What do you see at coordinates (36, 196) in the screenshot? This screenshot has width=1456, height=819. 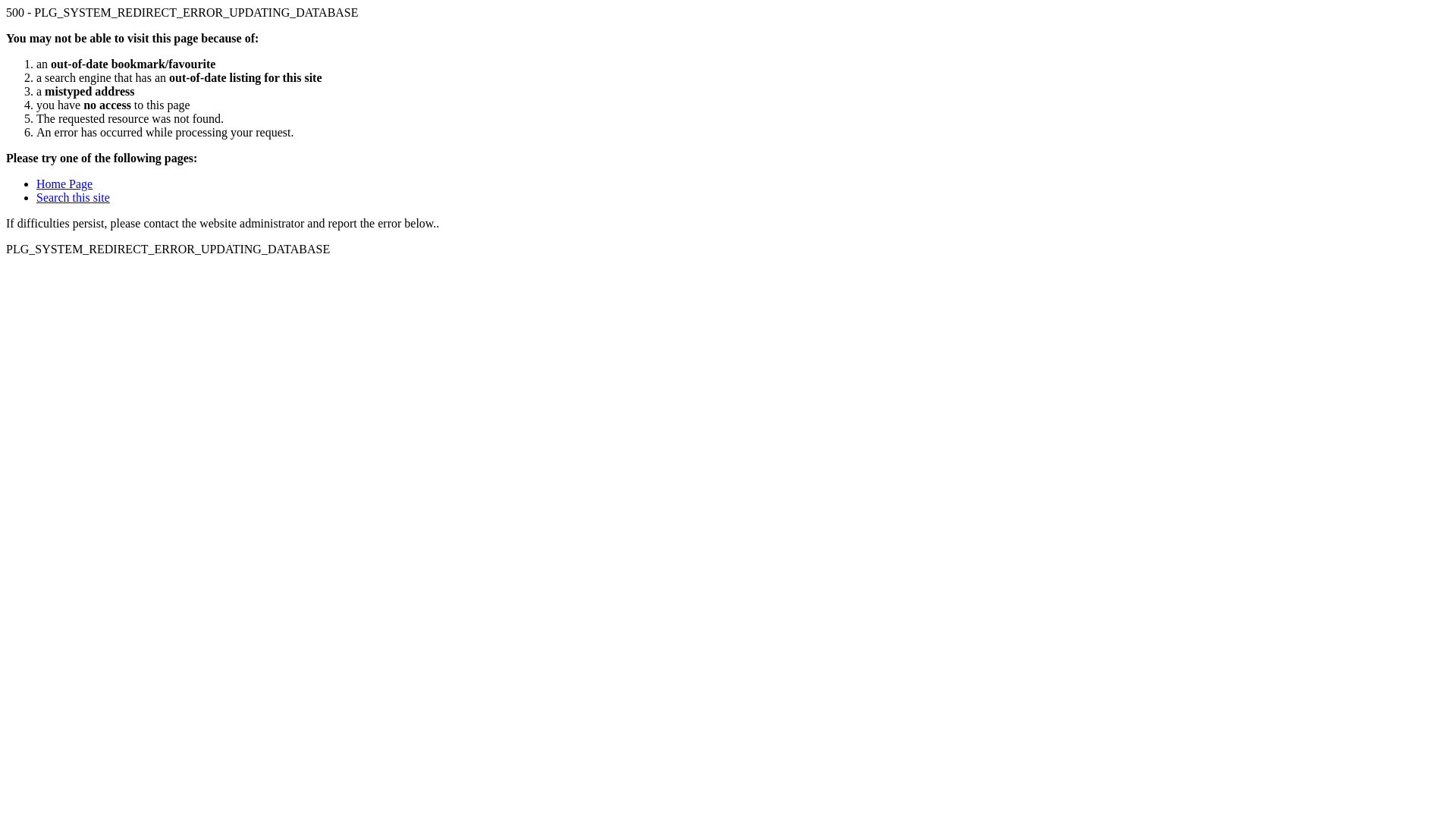 I see `'Search this site'` at bounding box center [36, 196].